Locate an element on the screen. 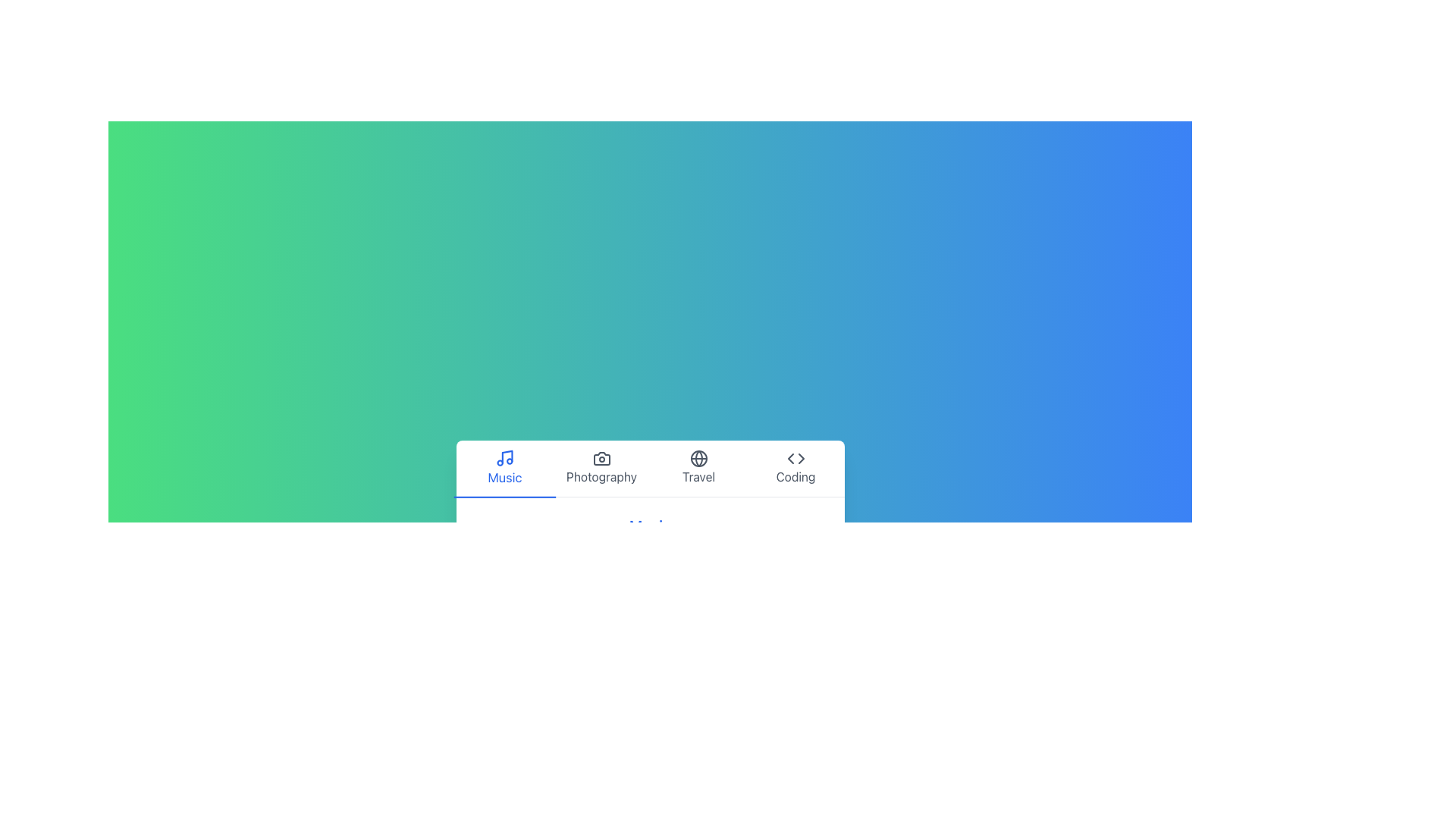 The image size is (1456, 819). the left vertical bar of the music note icon located in the lower part of the interface within the 'Music' tab is located at coordinates (507, 456).